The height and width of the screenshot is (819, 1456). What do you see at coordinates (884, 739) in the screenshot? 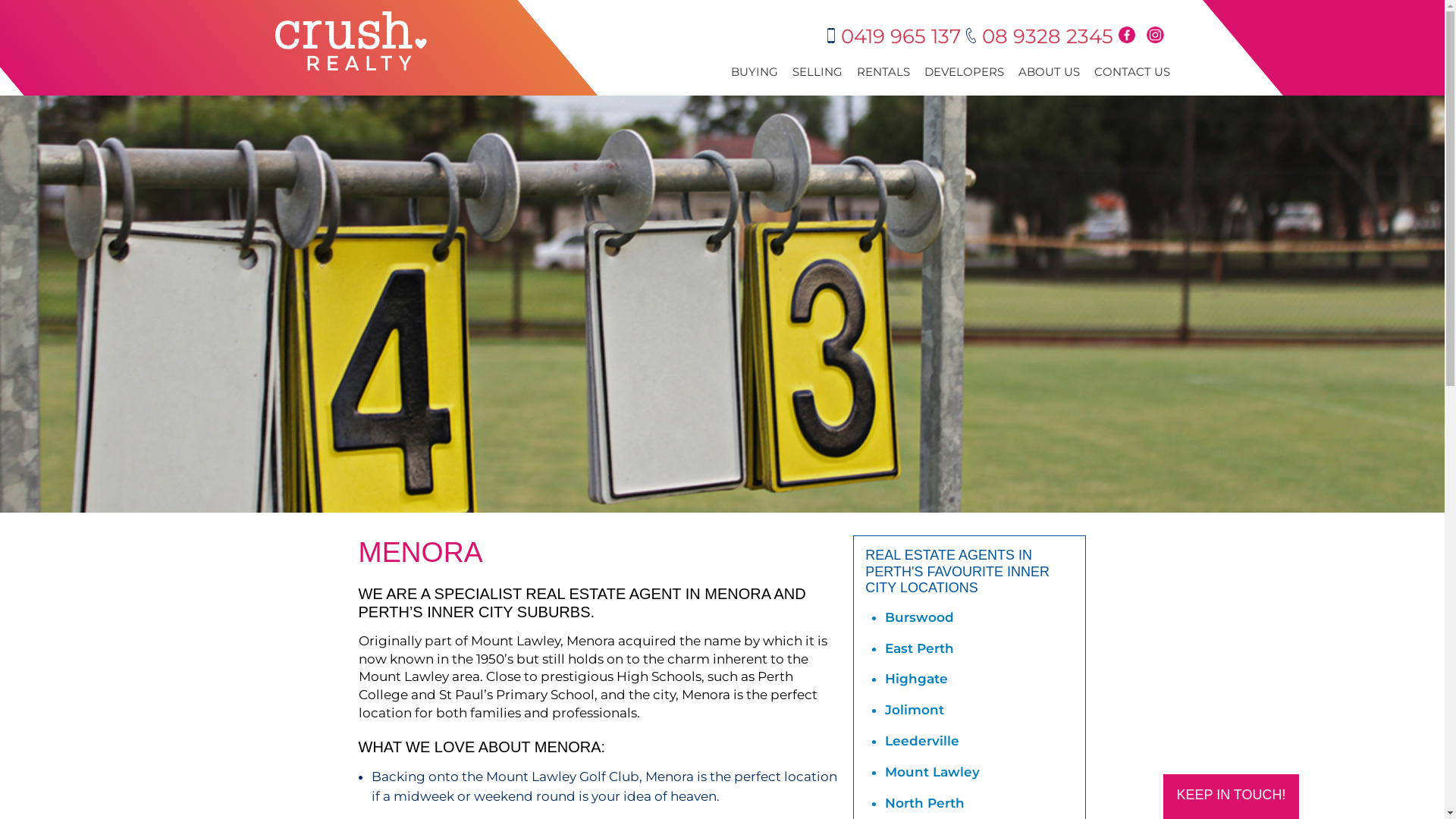
I see `'Leederville'` at bounding box center [884, 739].